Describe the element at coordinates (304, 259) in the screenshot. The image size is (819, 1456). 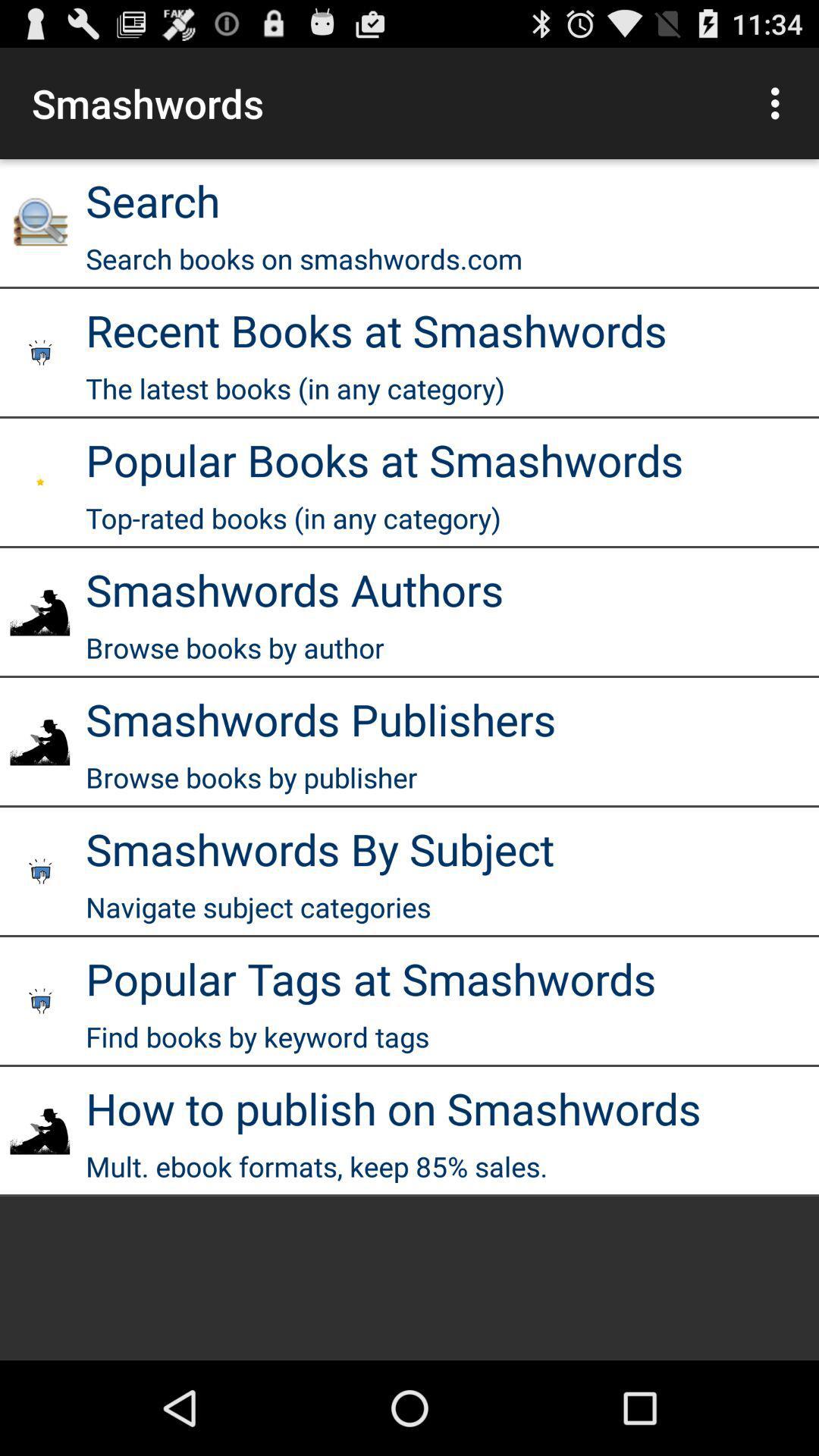
I see `the icon above recent books at` at that location.